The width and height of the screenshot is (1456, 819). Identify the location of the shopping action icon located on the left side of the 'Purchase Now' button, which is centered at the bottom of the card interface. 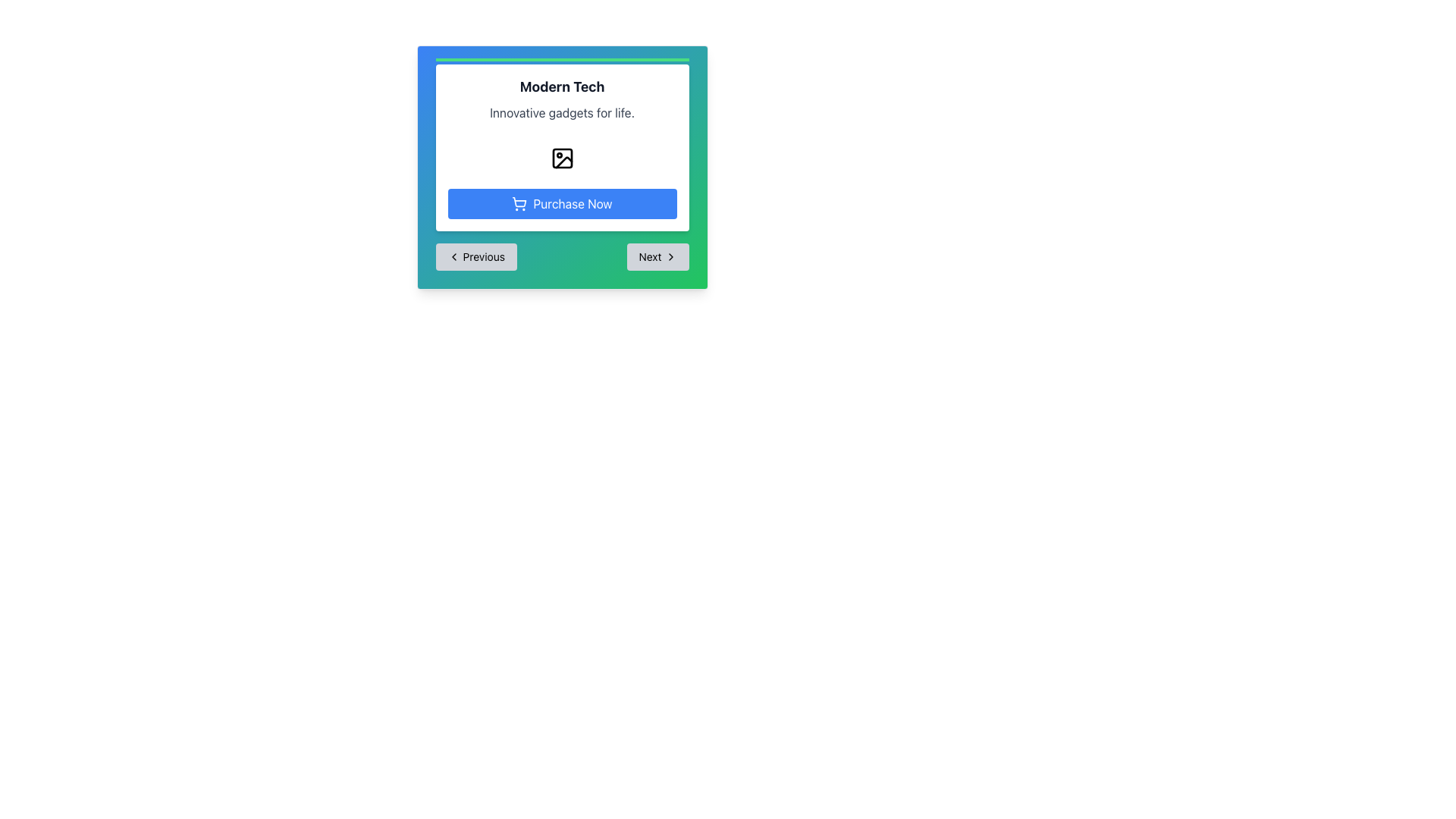
(519, 203).